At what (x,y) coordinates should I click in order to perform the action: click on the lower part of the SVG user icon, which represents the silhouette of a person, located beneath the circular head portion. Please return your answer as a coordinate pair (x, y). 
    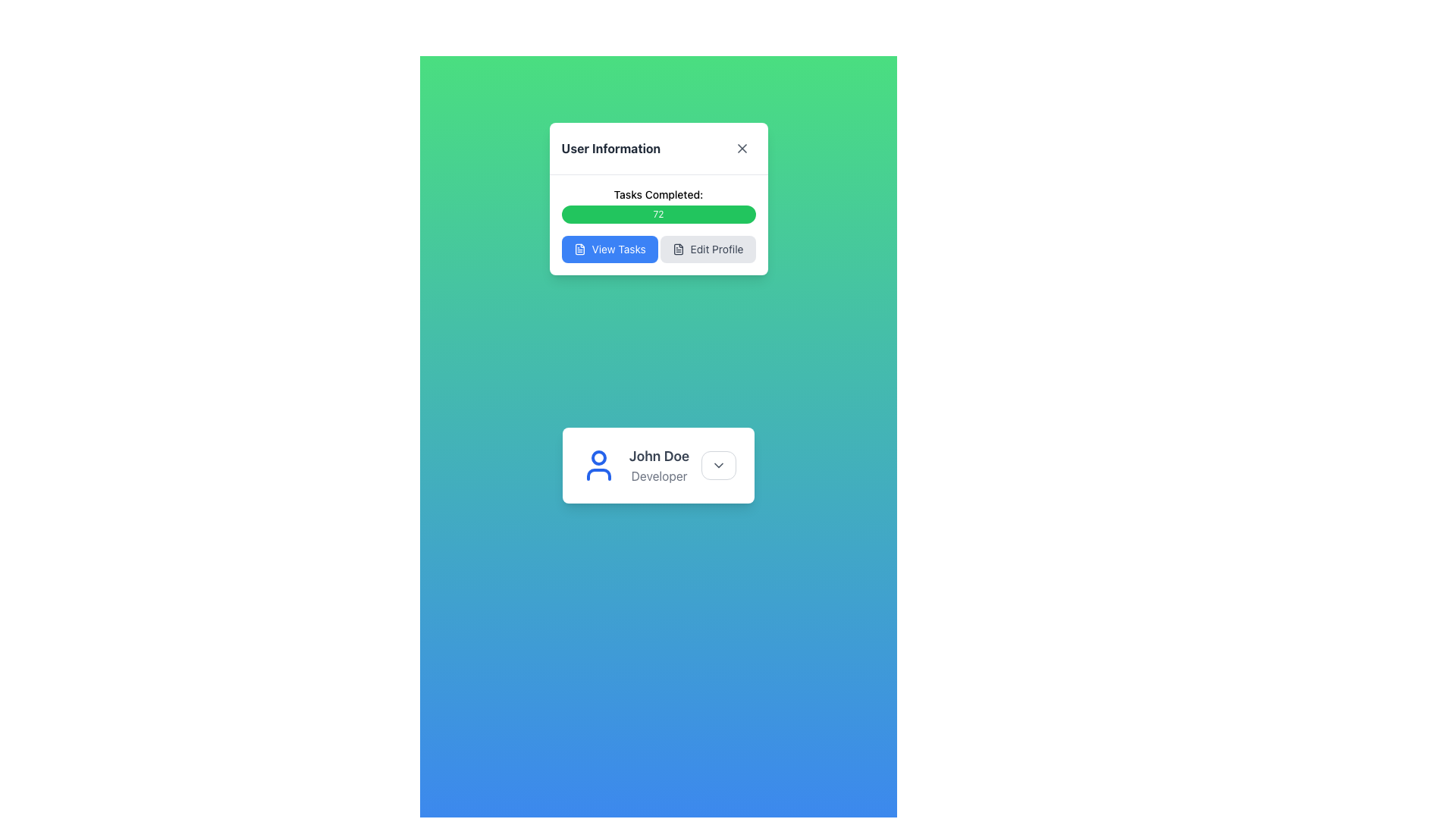
    Looking at the image, I should click on (598, 473).